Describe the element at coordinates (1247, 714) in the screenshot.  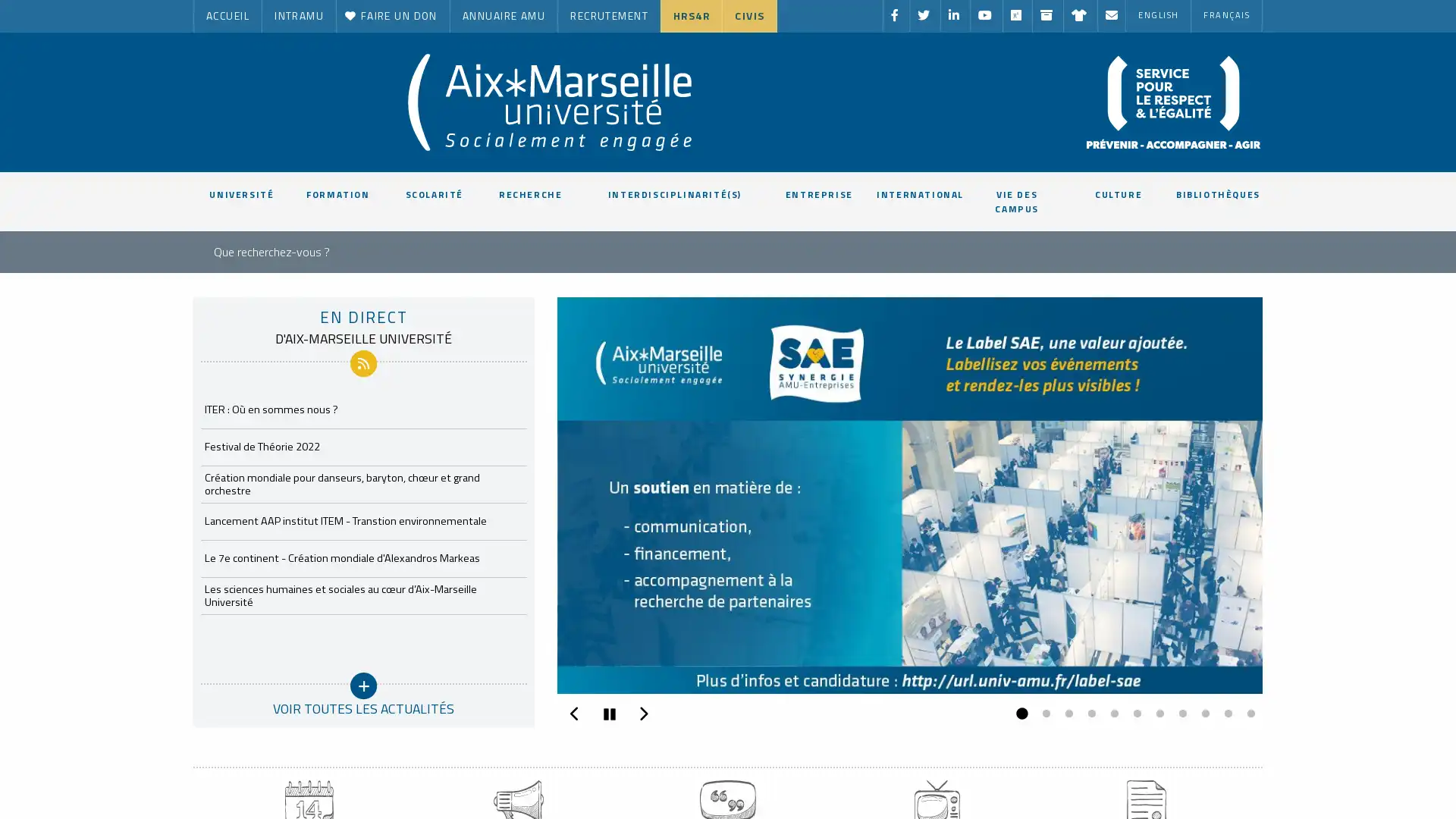
I see `Go to slide 11` at that location.